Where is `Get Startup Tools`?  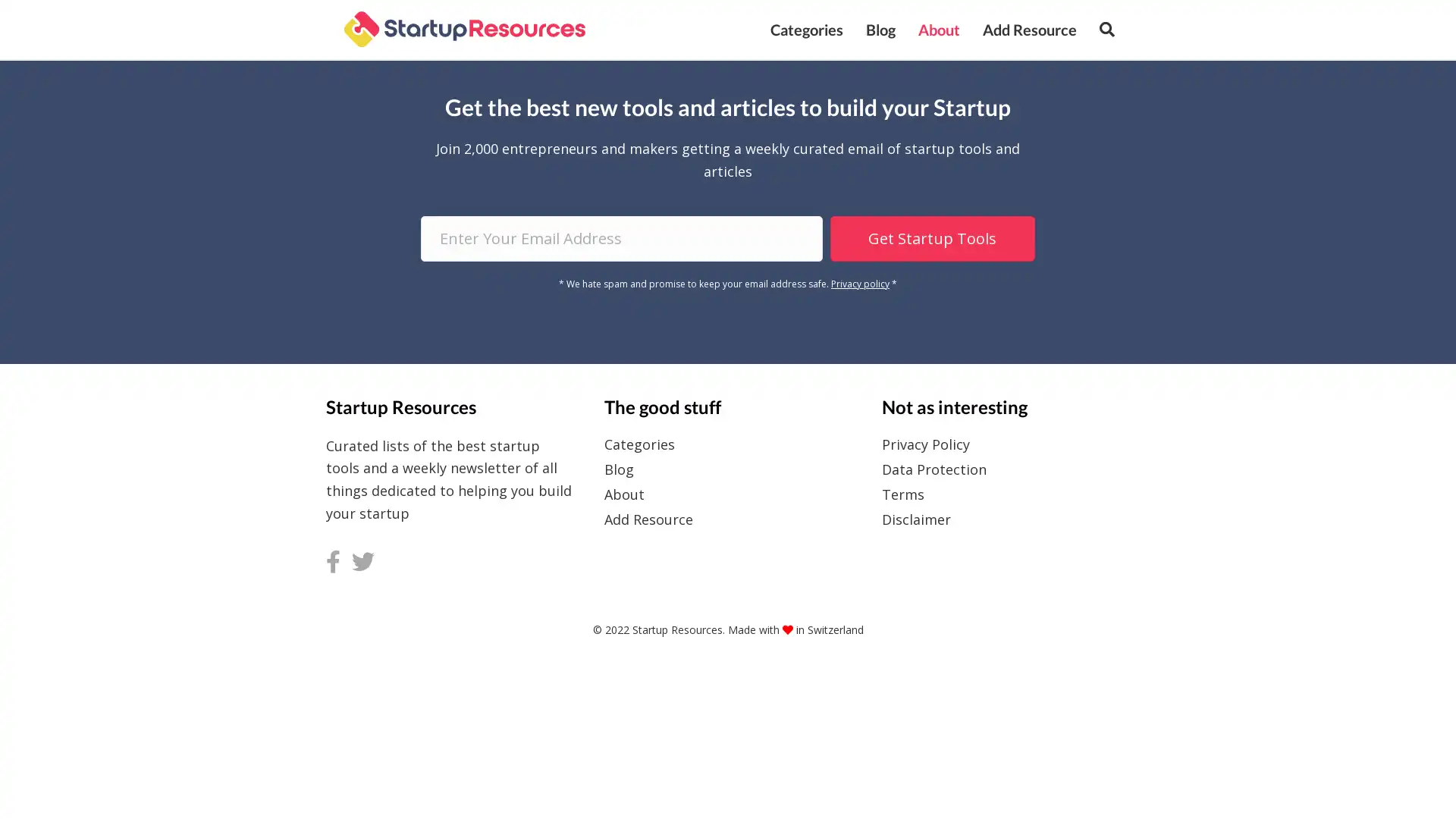
Get Startup Tools is located at coordinates (930, 237).